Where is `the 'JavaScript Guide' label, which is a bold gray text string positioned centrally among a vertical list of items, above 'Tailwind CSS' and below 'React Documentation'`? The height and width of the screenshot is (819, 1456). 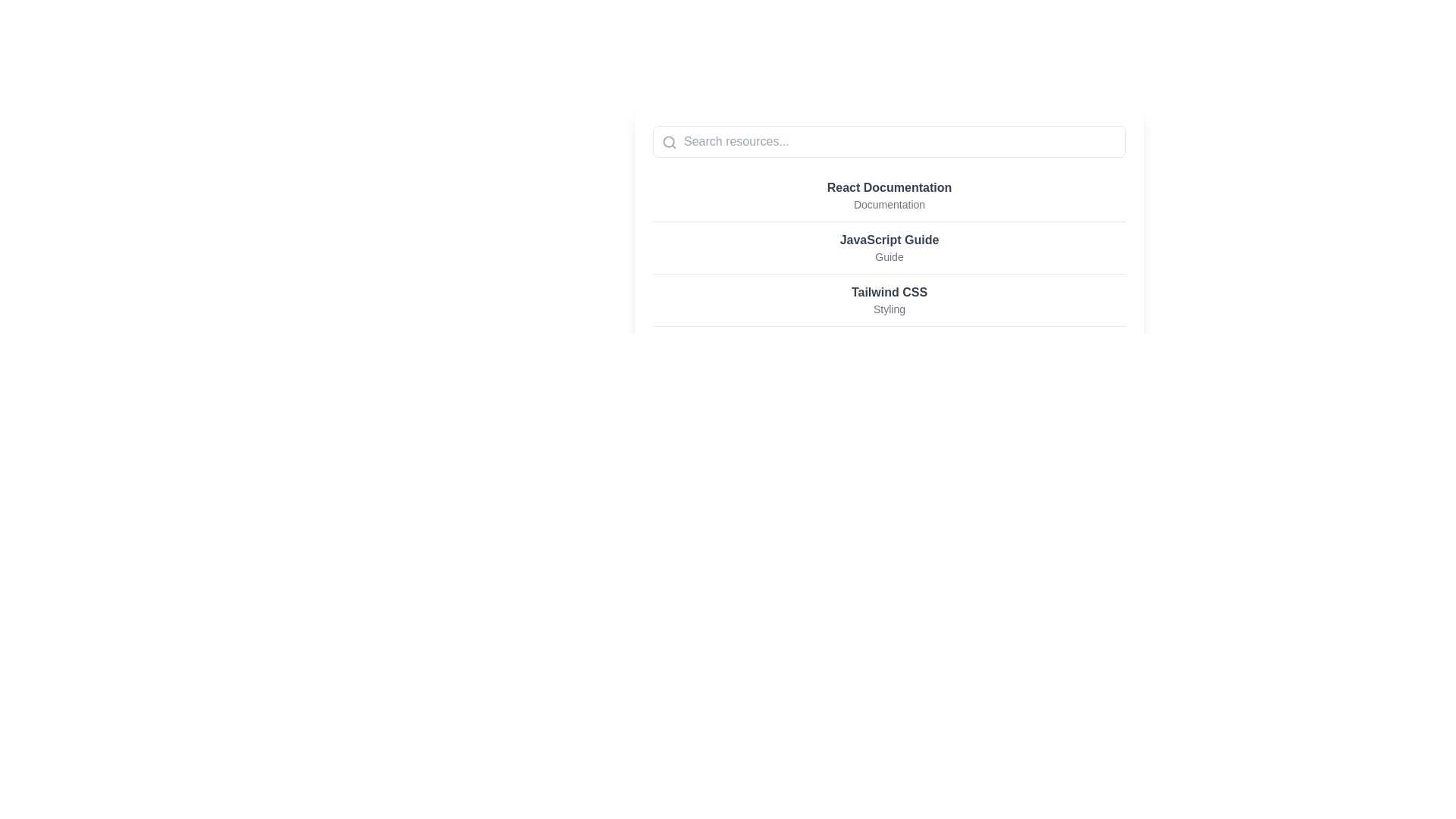
the 'JavaScript Guide' label, which is a bold gray text string positioned centrally among a vertical list of items, above 'Tailwind CSS' and below 'React Documentation' is located at coordinates (889, 239).